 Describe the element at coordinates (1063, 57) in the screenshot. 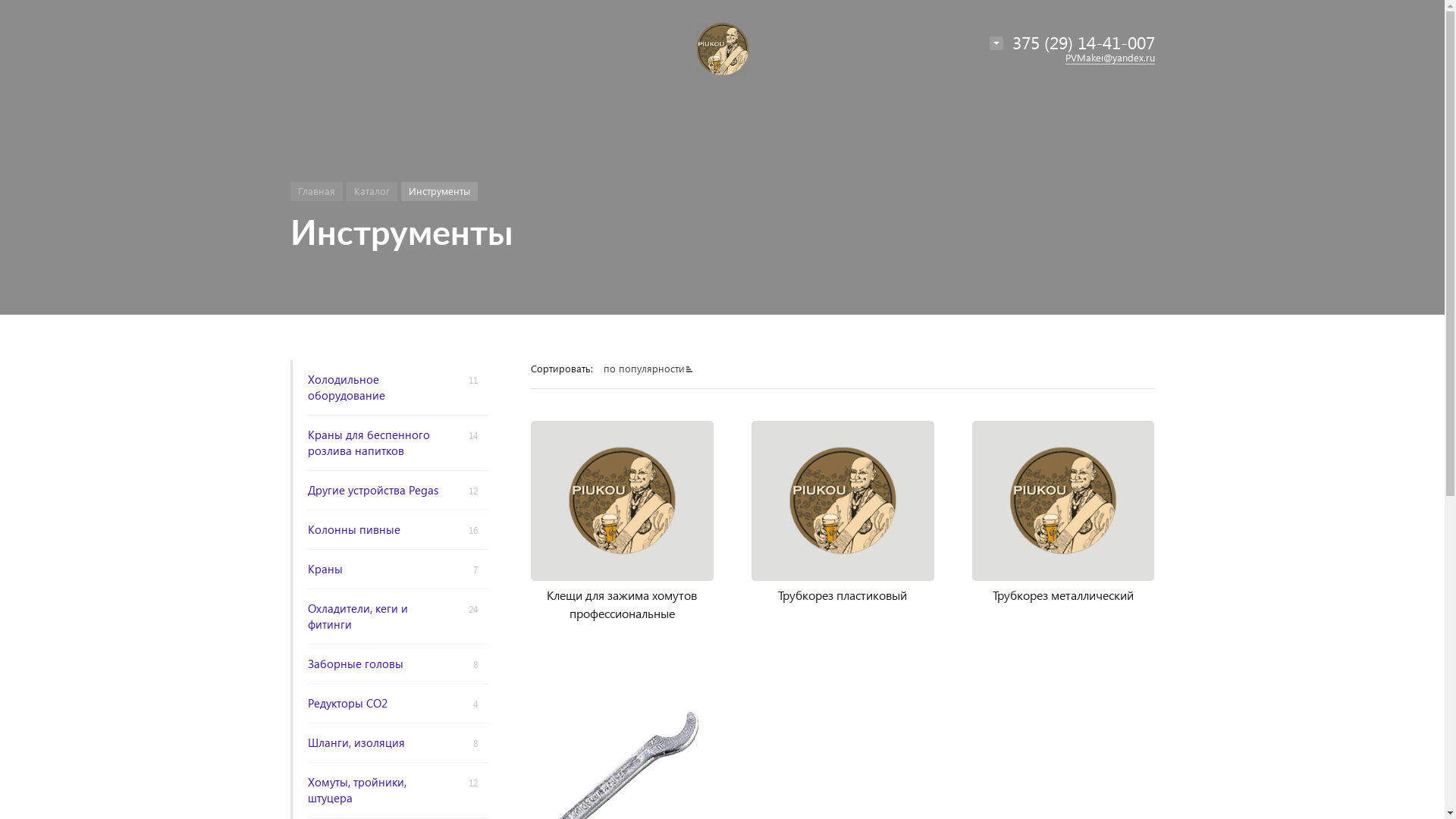

I see `'PVMakei@yandex.ru'` at that location.